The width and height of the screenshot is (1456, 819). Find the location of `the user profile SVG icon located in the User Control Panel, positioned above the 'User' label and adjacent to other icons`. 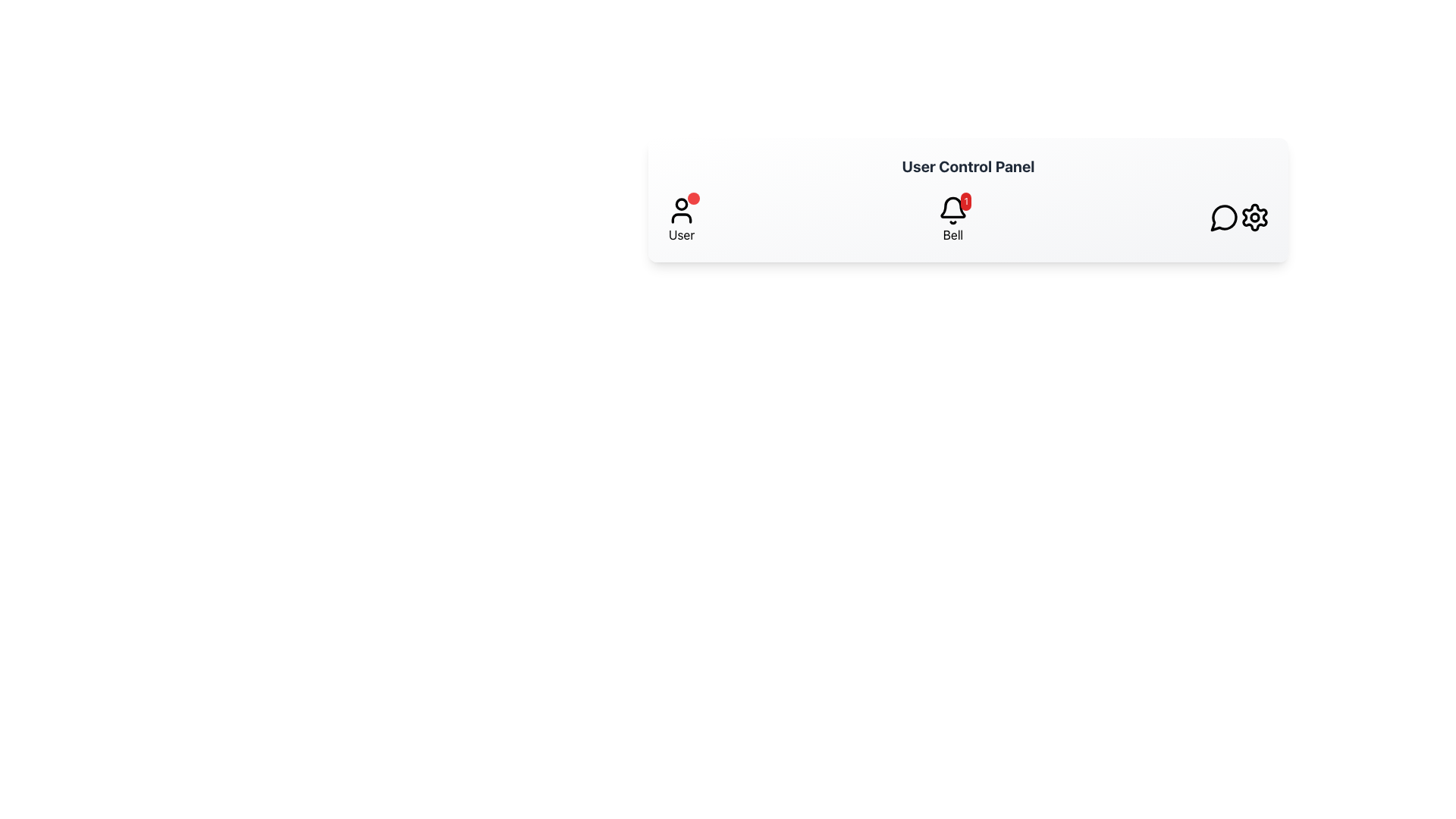

the user profile SVG icon located in the User Control Panel, positioned above the 'User' label and adjacent to other icons is located at coordinates (680, 210).